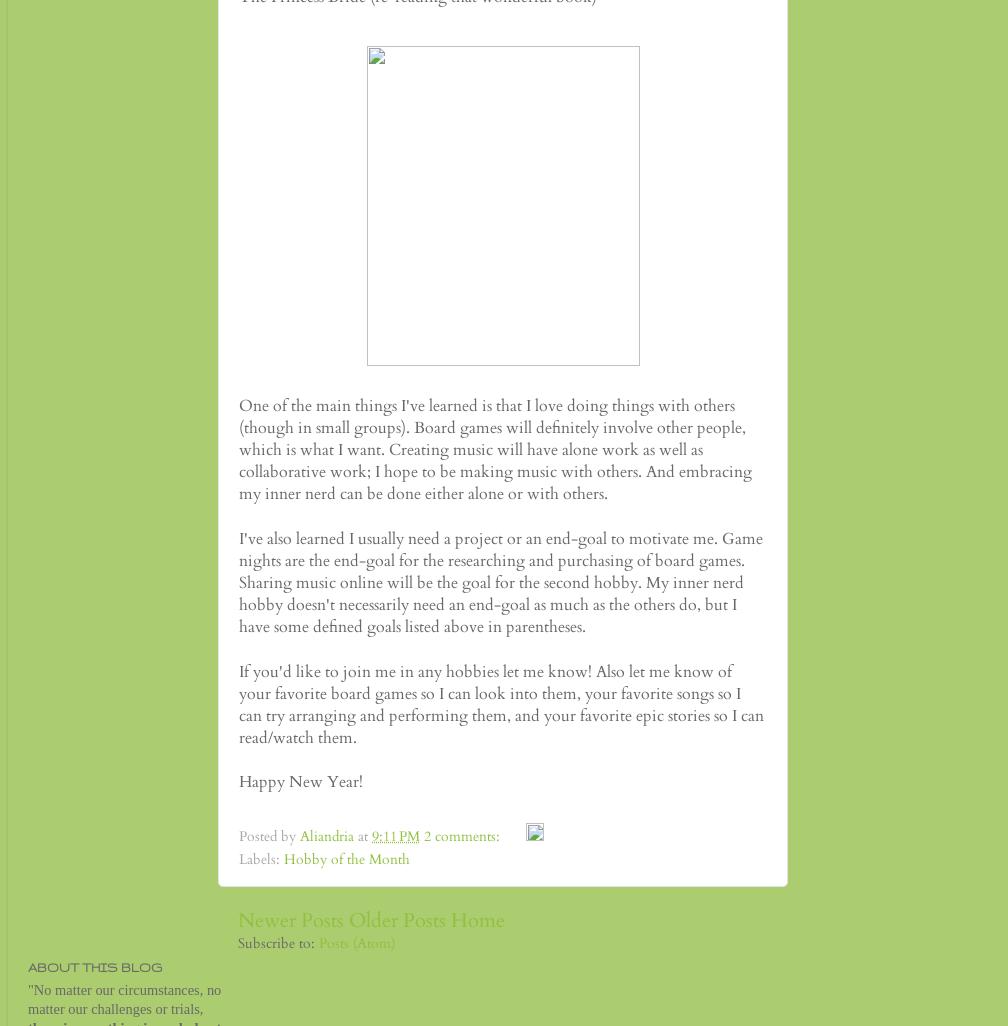 Image resolution: width=1008 pixels, height=1026 pixels. I want to click on 'If you'd like to join me in any hobbies let me know! Also let me know of your favorite board games so I can look into them, your favorite songs so I can try arranging and performing them, and your favorite epic stories so I can read/watch them.', so click(501, 703).